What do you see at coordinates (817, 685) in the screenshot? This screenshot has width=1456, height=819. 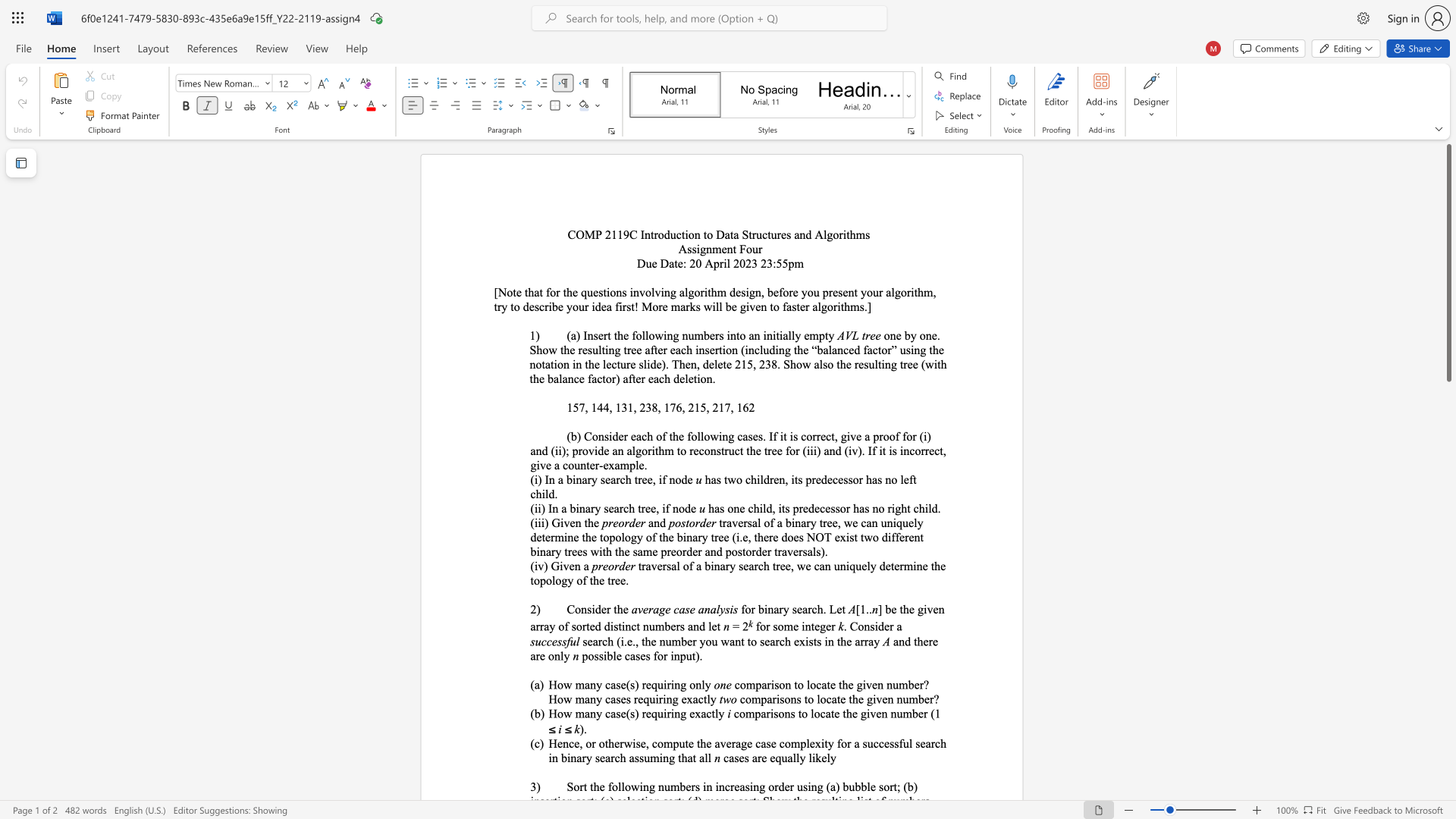 I see `the 2th character "c" in the text` at bounding box center [817, 685].